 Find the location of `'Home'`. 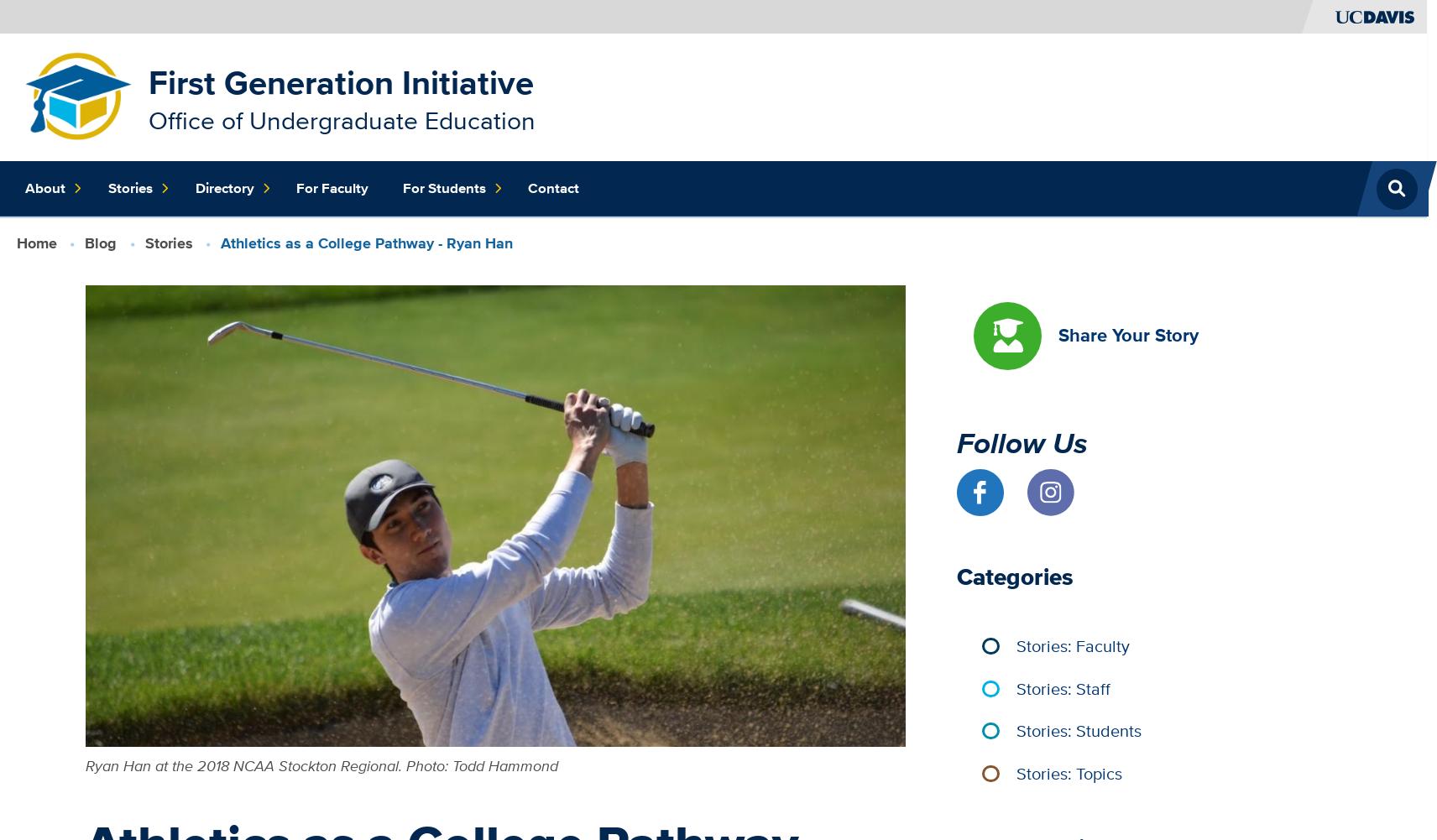

'Home' is located at coordinates (35, 242).